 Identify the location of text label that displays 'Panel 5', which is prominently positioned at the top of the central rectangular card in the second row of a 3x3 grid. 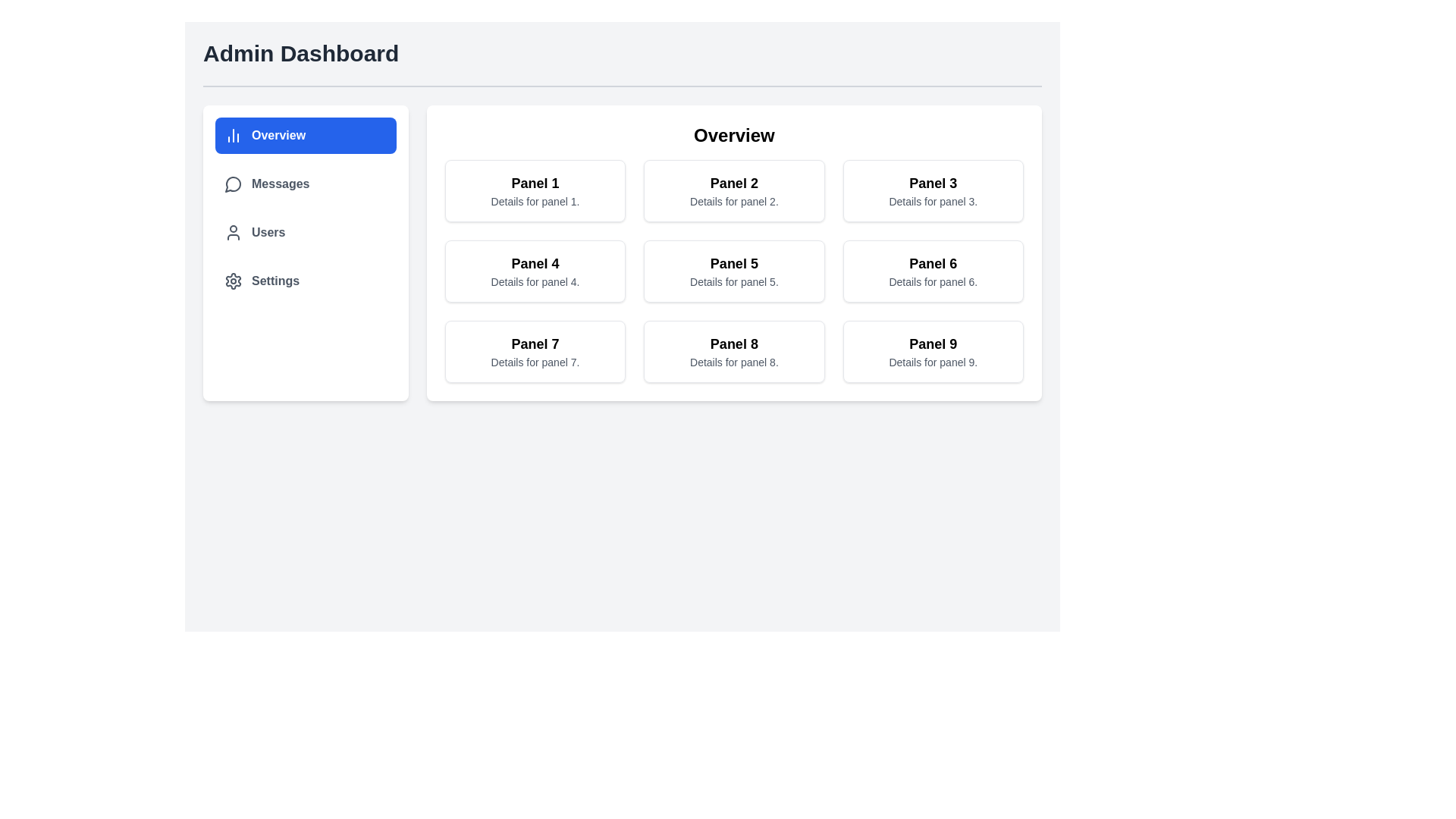
(734, 262).